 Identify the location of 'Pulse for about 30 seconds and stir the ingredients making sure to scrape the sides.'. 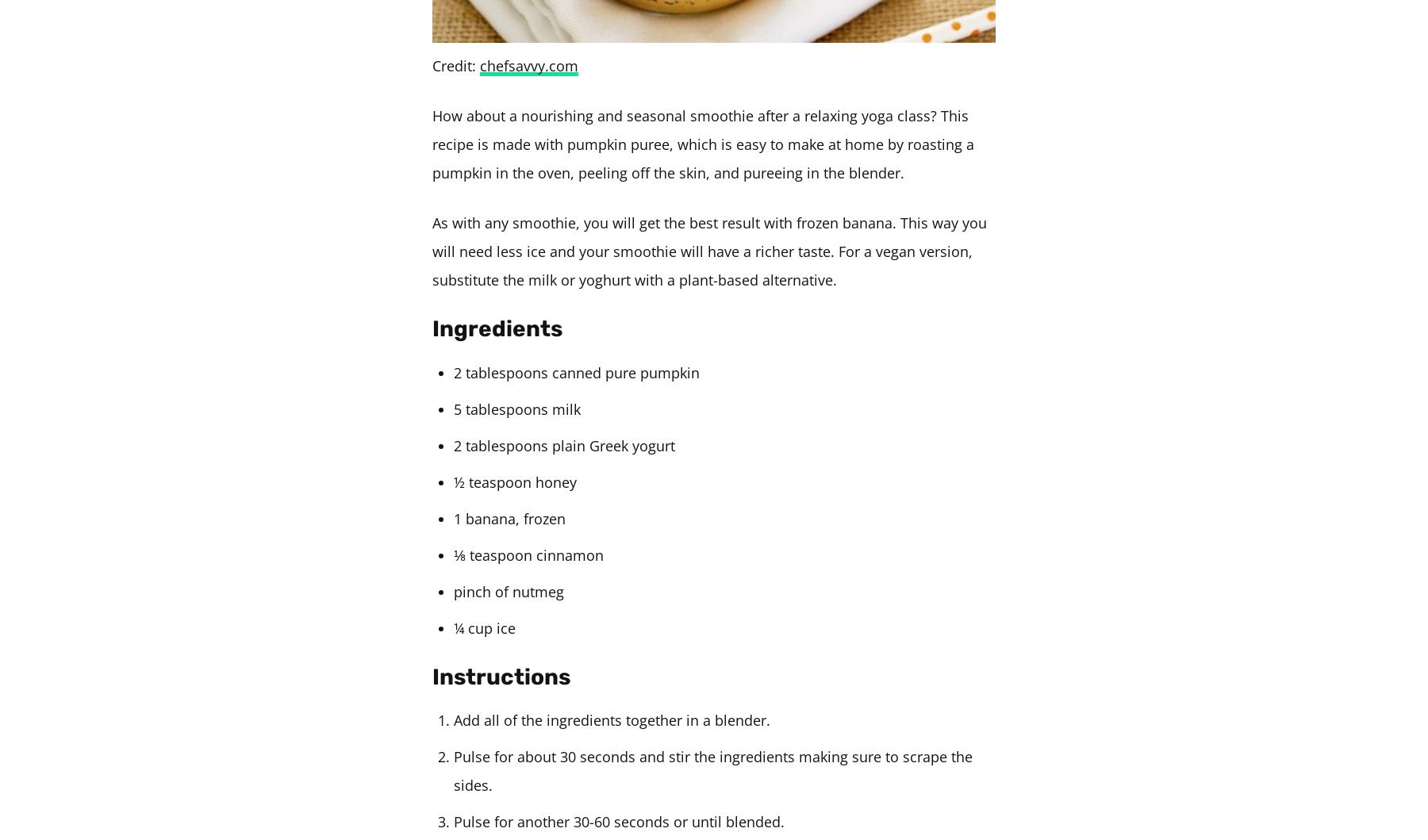
(712, 769).